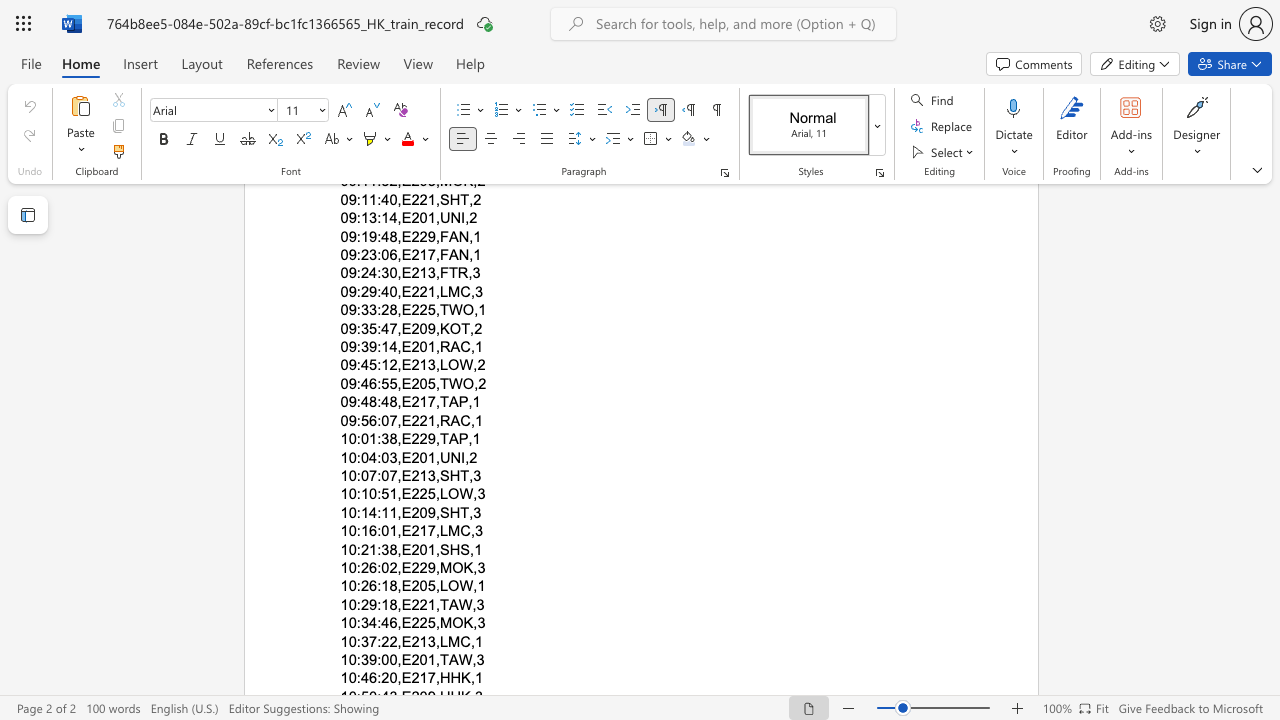 This screenshot has height=720, width=1280. I want to click on the space between the continuous character "," and "M" in the text, so click(440, 622).